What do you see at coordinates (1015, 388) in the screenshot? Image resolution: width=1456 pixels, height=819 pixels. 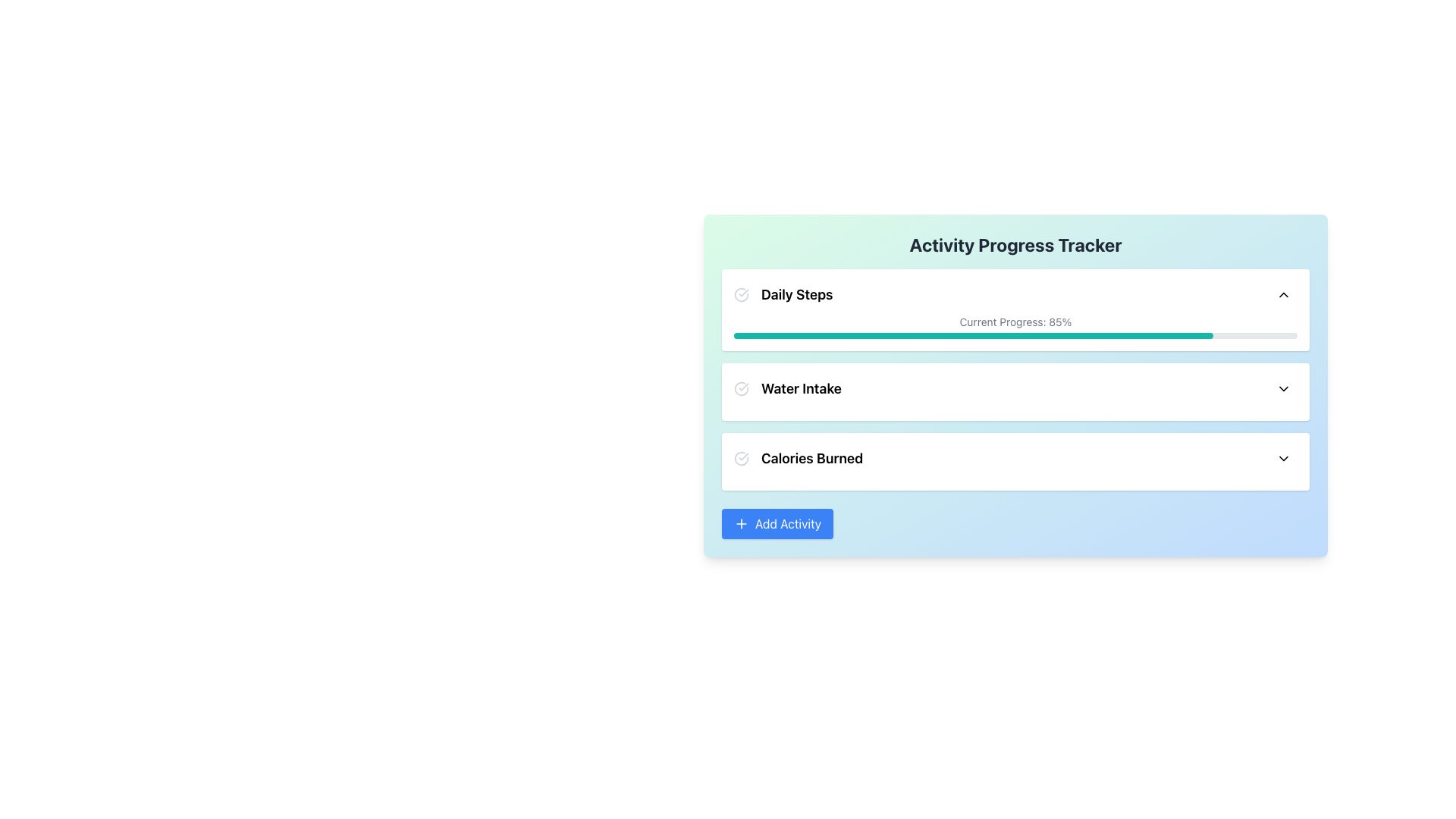 I see `the downward arrow next to the 'Water Intake' item in the horizontal list of the 'Activity Progress Tracker'` at bounding box center [1015, 388].